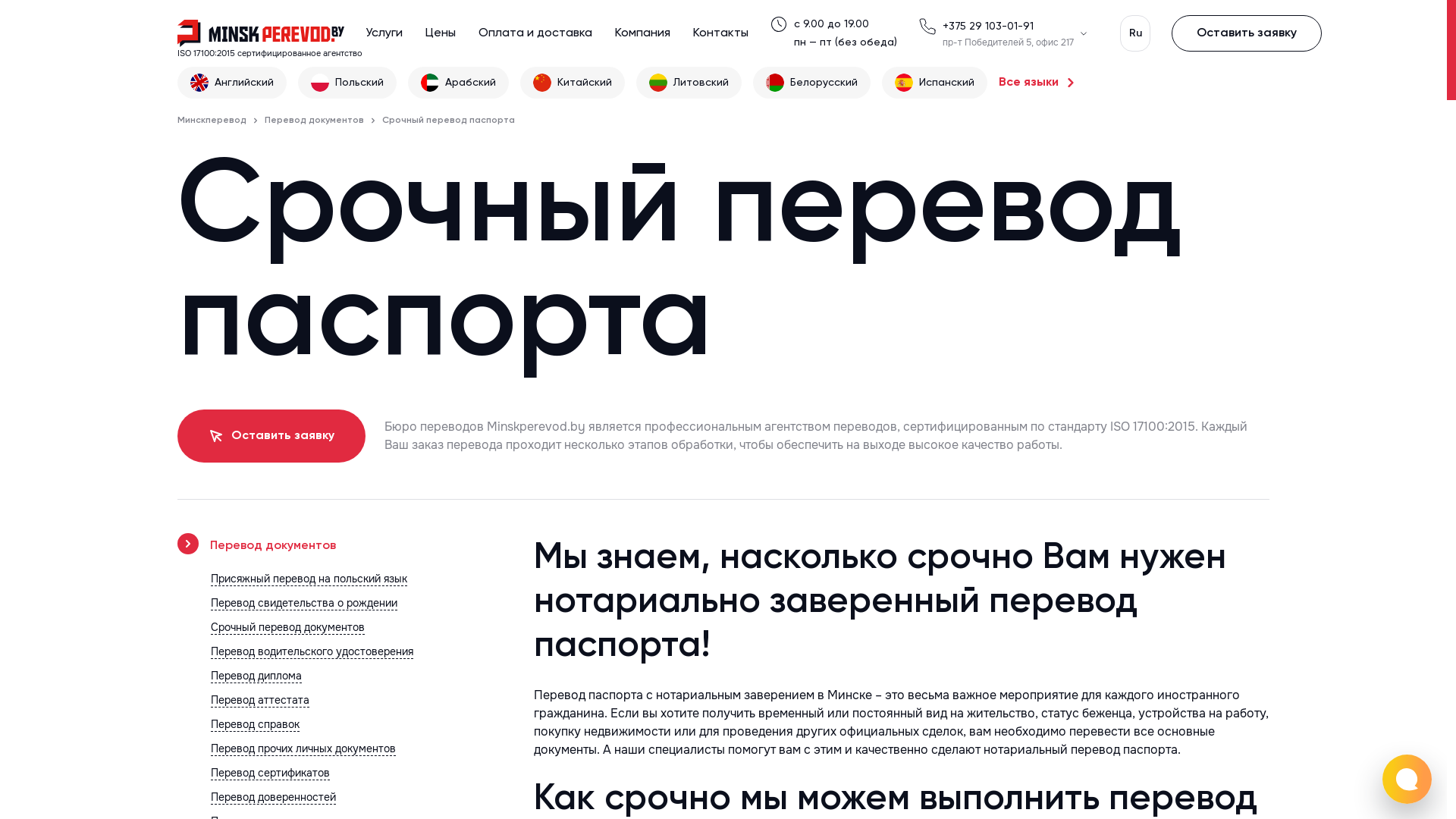  I want to click on '+375 29 103-01-91', so click(987, 26).